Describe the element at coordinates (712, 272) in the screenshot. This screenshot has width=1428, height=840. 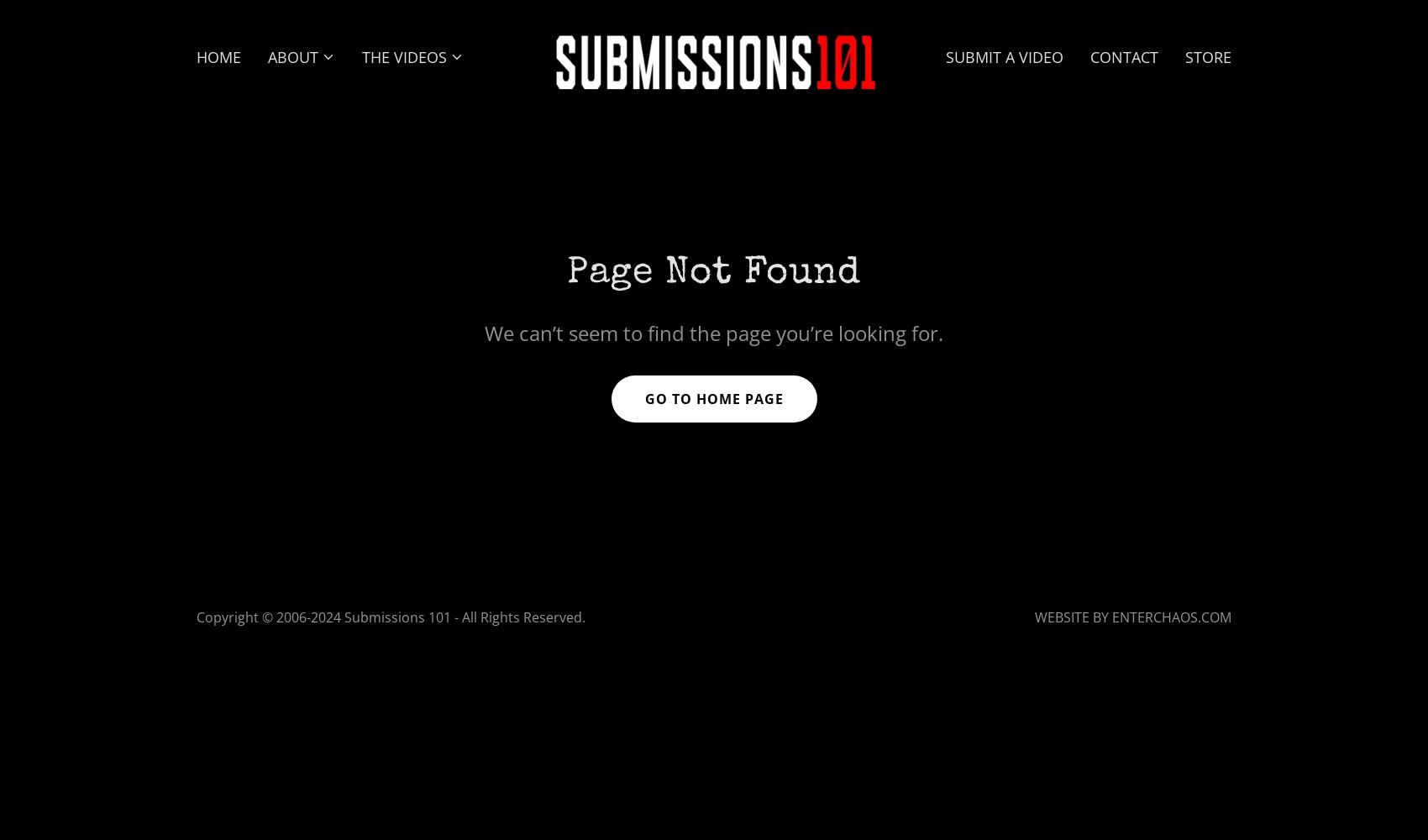
I see `'Page Not Found'` at that location.